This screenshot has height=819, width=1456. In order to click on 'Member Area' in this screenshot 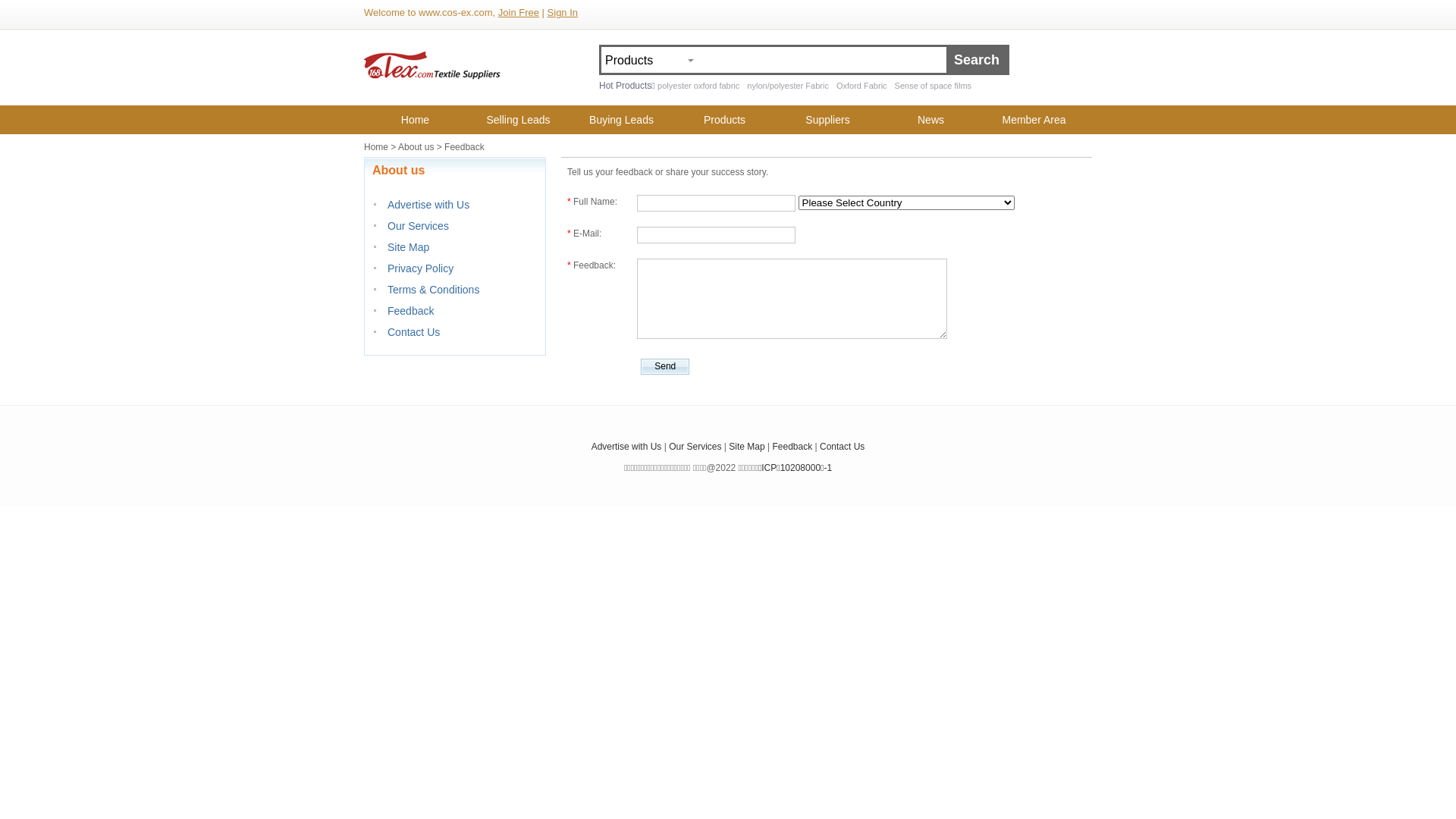, I will do `click(1033, 119)`.